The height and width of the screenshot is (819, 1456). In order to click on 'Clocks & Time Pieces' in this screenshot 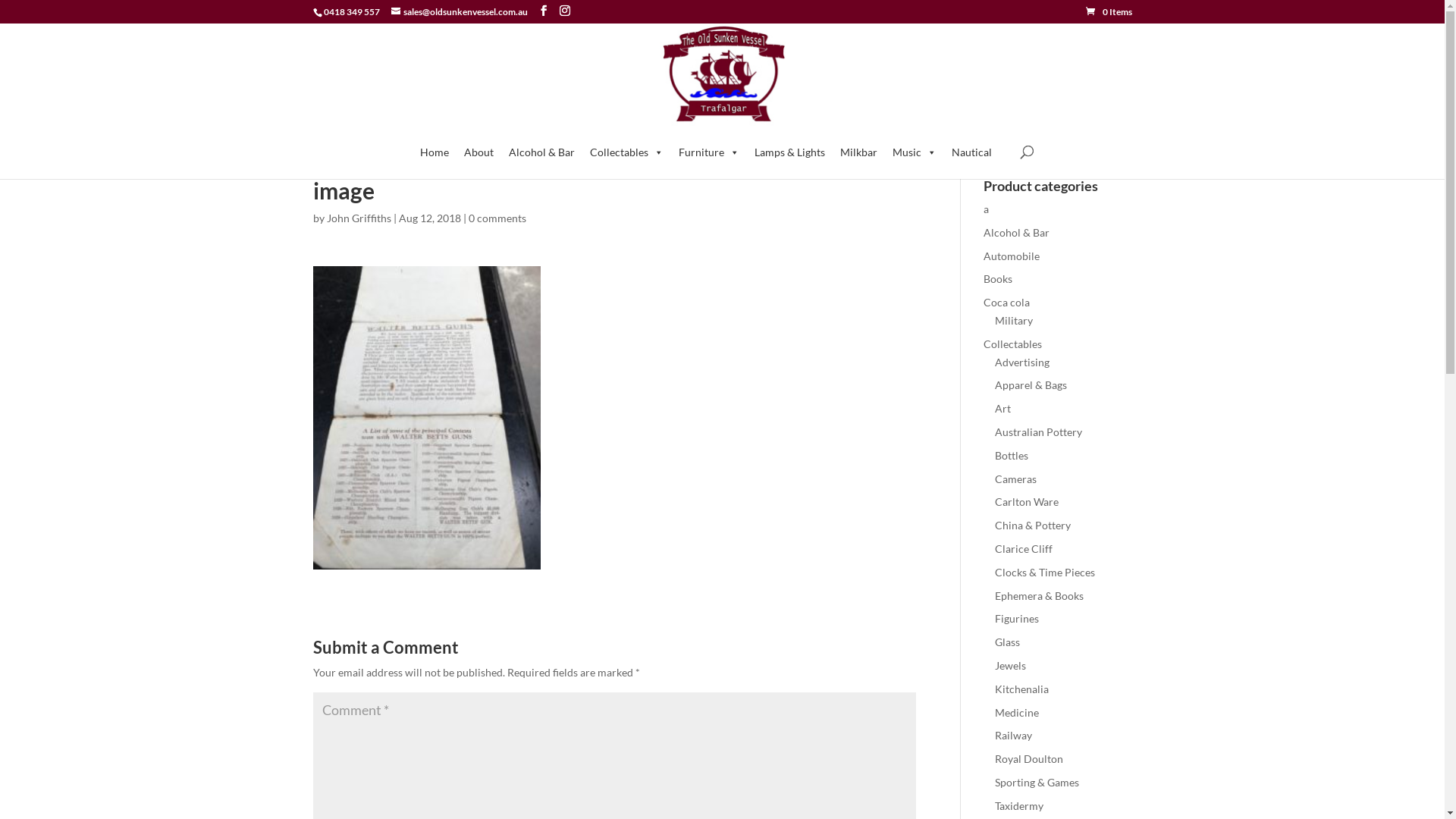, I will do `click(1043, 572)`.